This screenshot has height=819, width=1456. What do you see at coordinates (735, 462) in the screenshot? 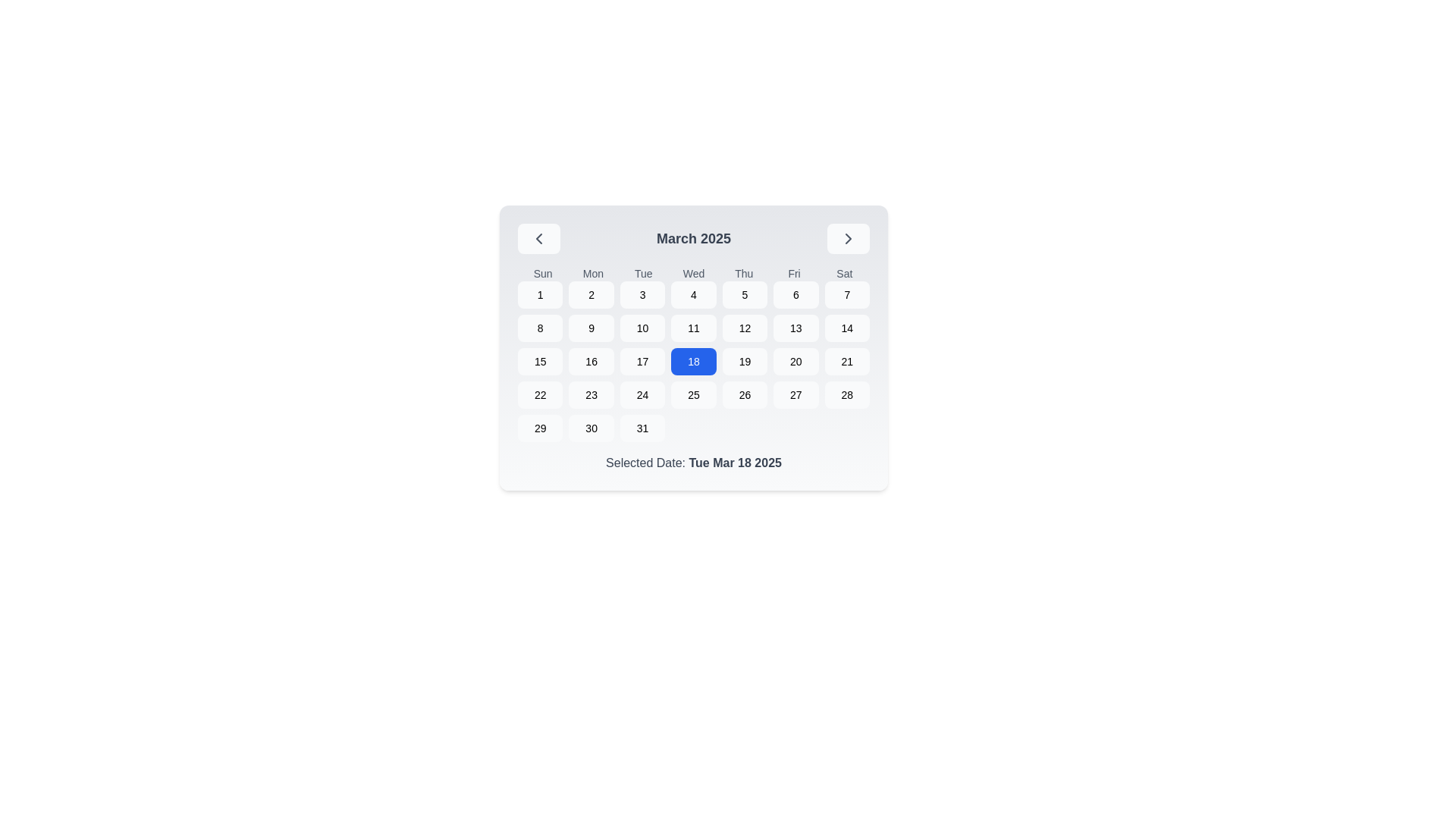
I see `the text element displaying the date 'Tue Mar 18 2025', which is styled in gray and positioned at the right end of 'Selected Date:' below a calendar widget` at bounding box center [735, 462].